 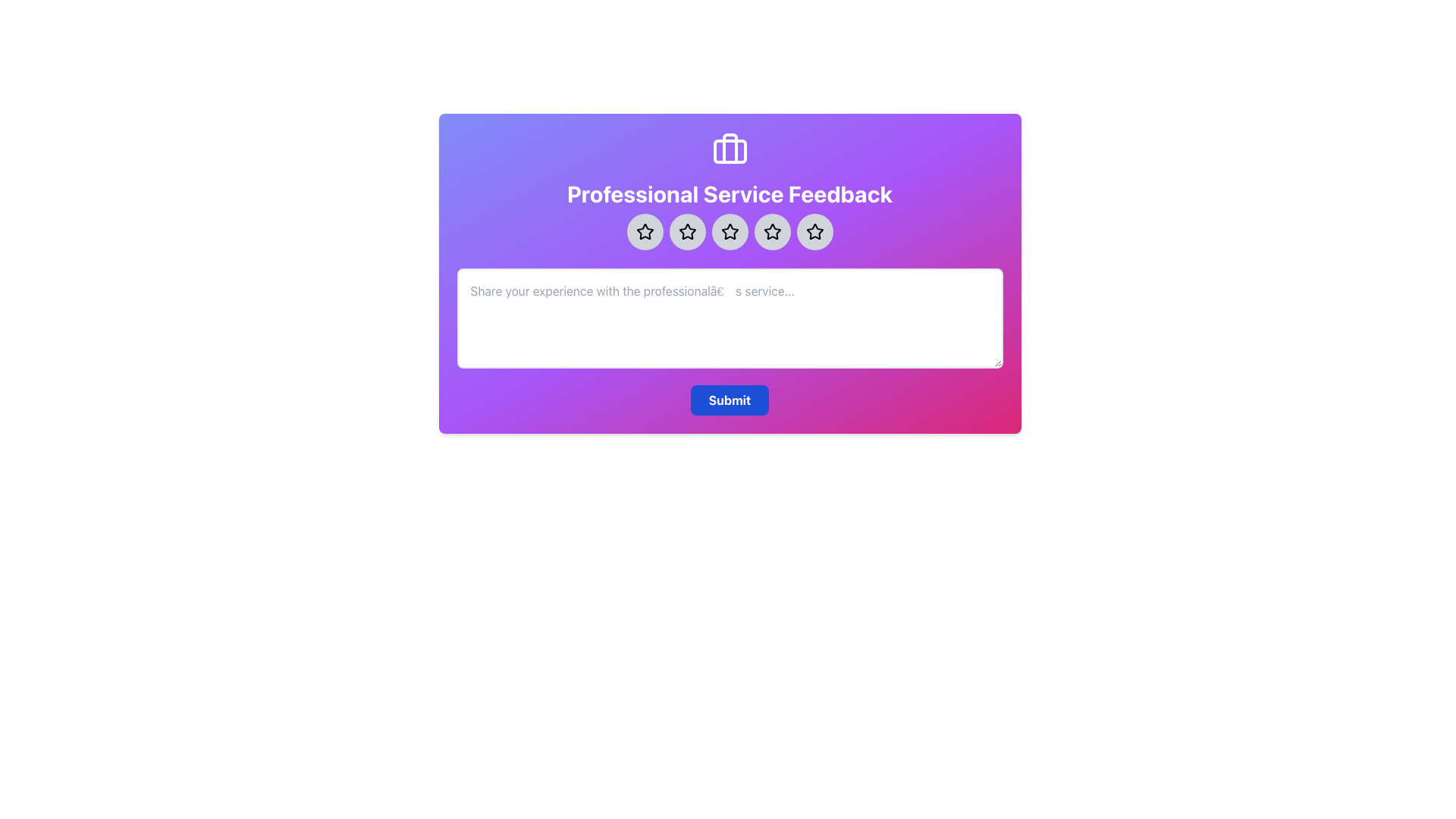 What do you see at coordinates (730, 231) in the screenshot?
I see `the third star button in the row of five circular buttons under the 'Professional Service Feedback' header` at bounding box center [730, 231].